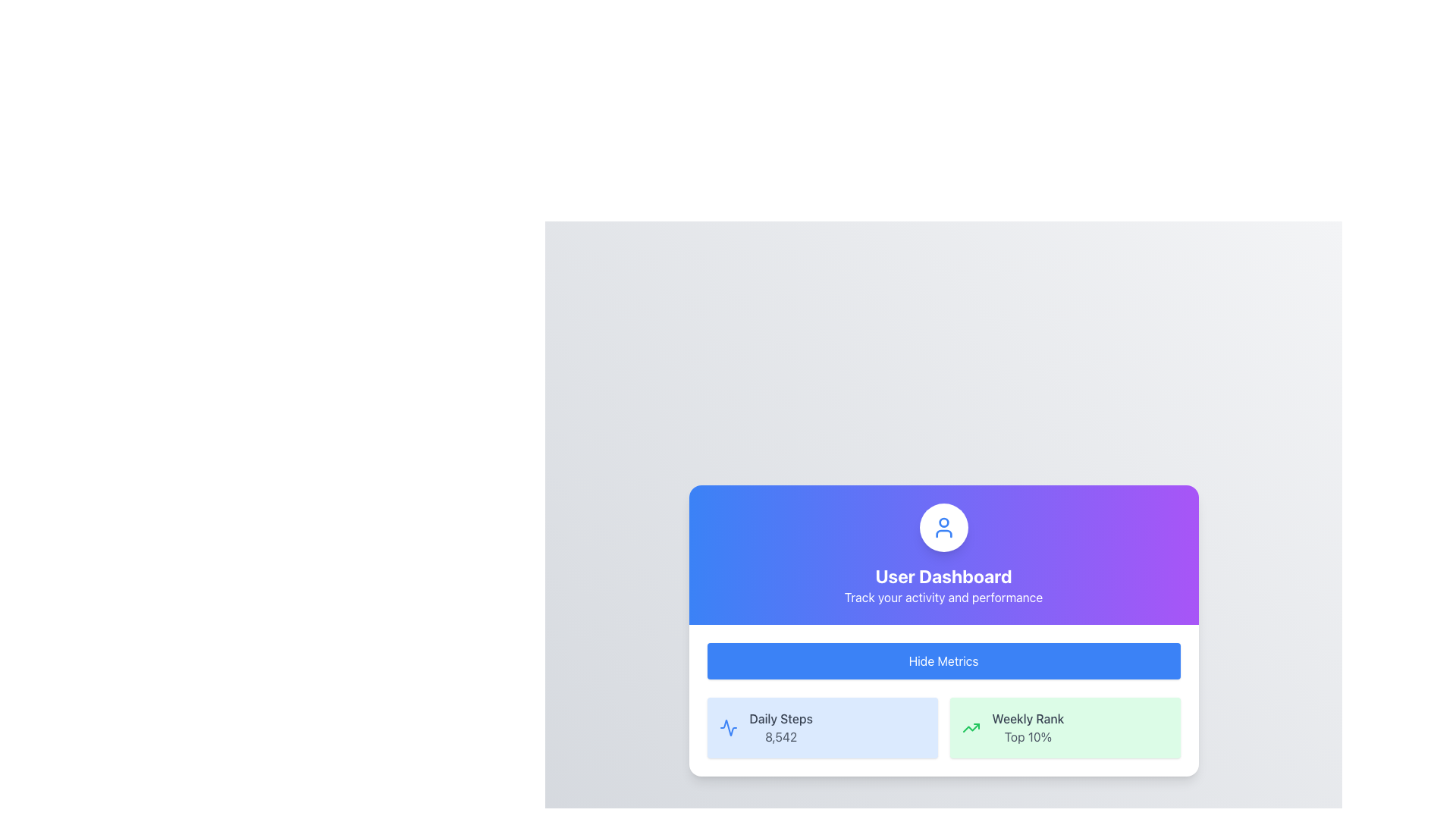  I want to click on the toggle visibility button located above the 'Daily Steps' and 'Weekly Rank' boxes, so click(943, 660).